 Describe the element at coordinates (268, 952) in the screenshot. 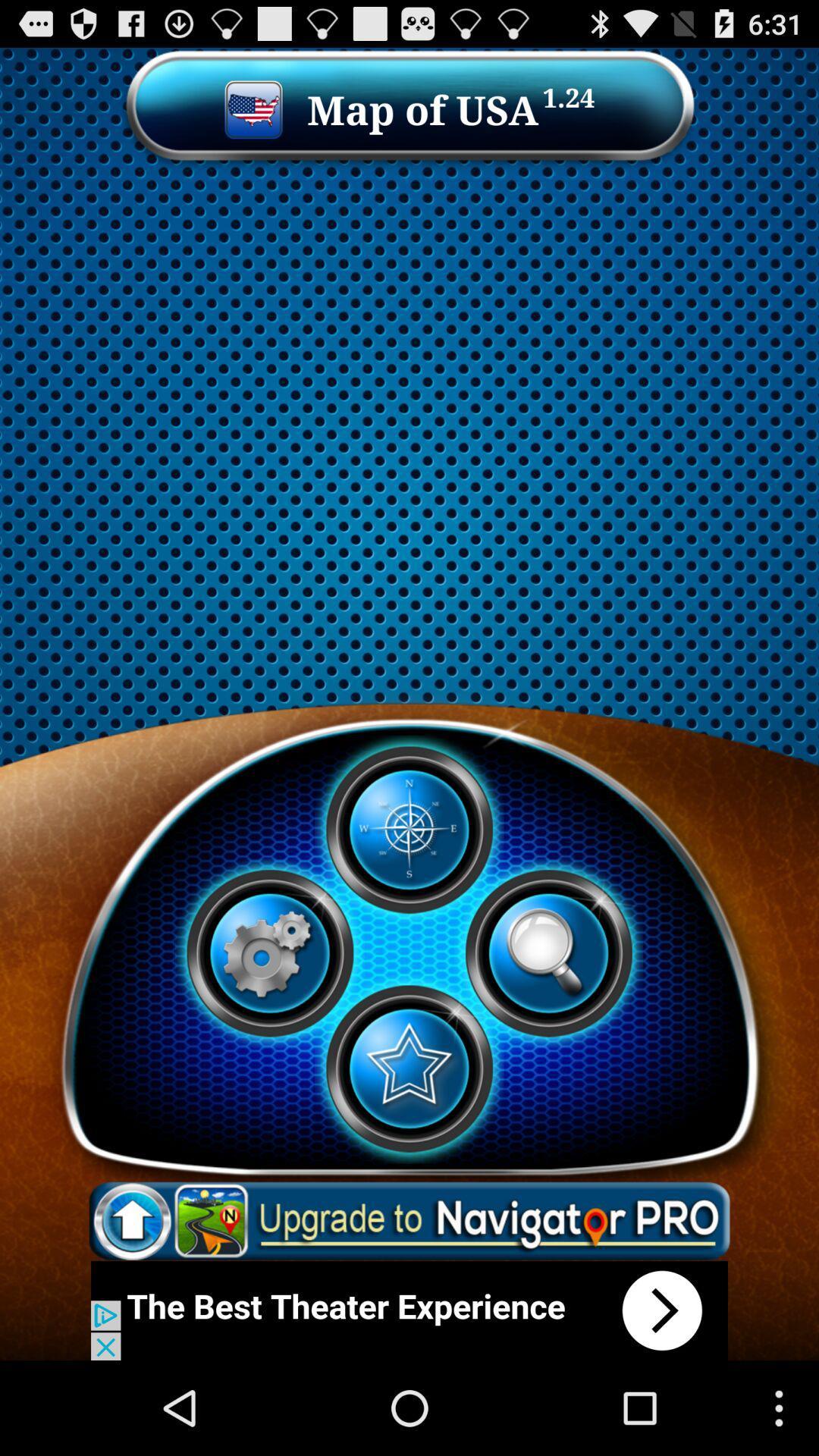

I see `setting` at that location.